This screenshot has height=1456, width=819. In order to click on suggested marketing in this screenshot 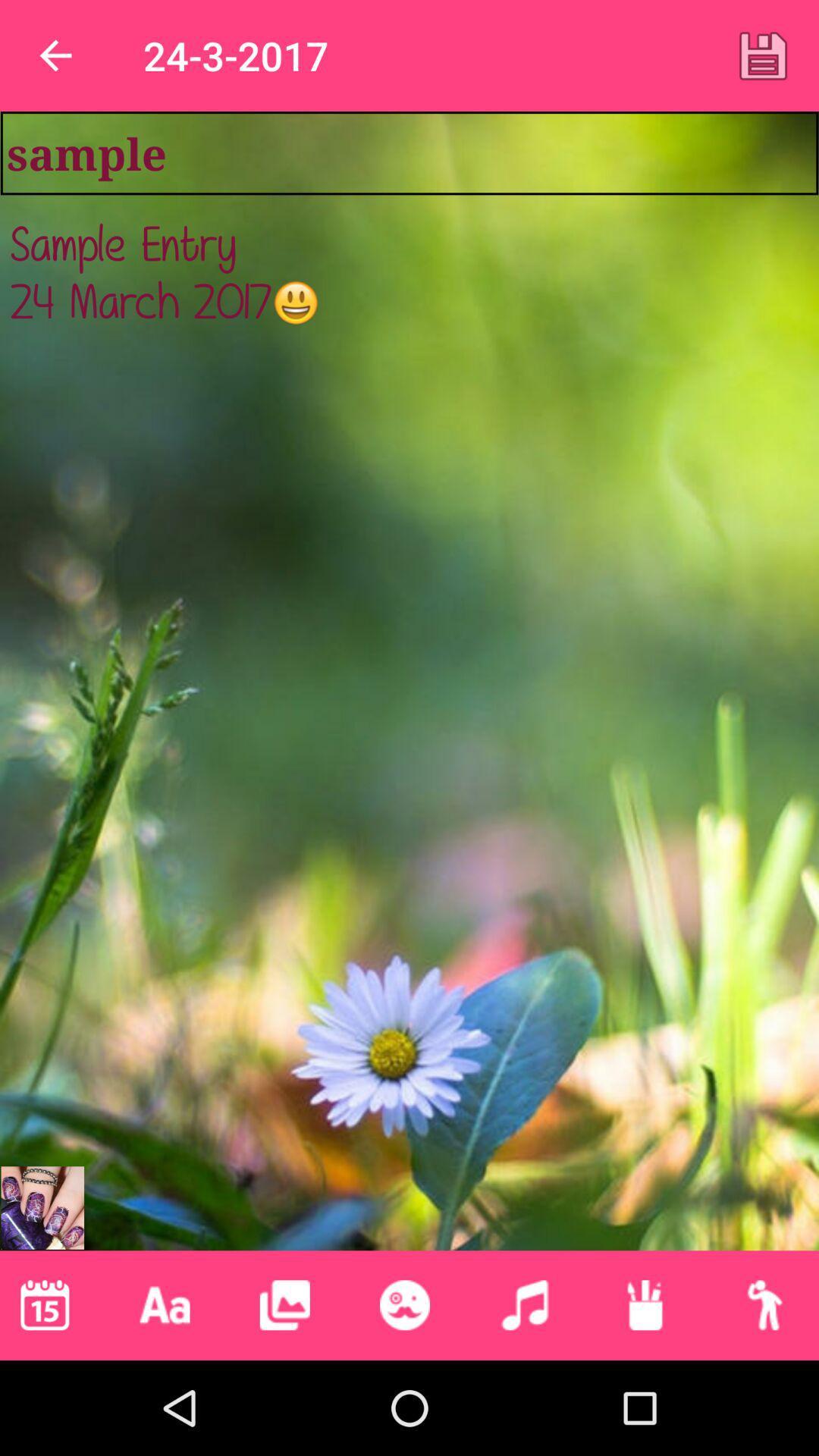, I will do `click(42, 1207)`.